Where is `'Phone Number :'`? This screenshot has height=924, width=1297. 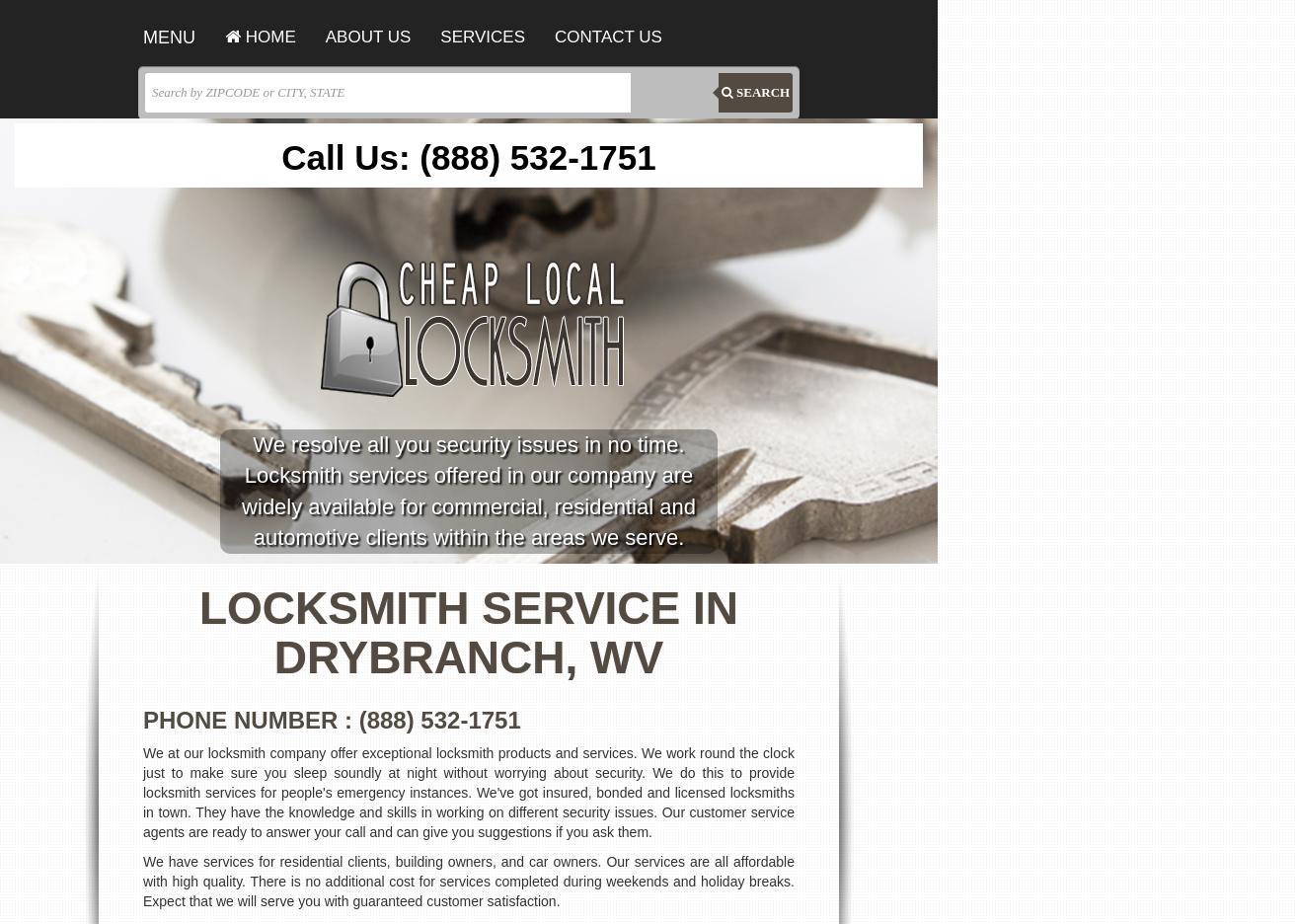 'Phone Number :' is located at coordinates (250, 718).